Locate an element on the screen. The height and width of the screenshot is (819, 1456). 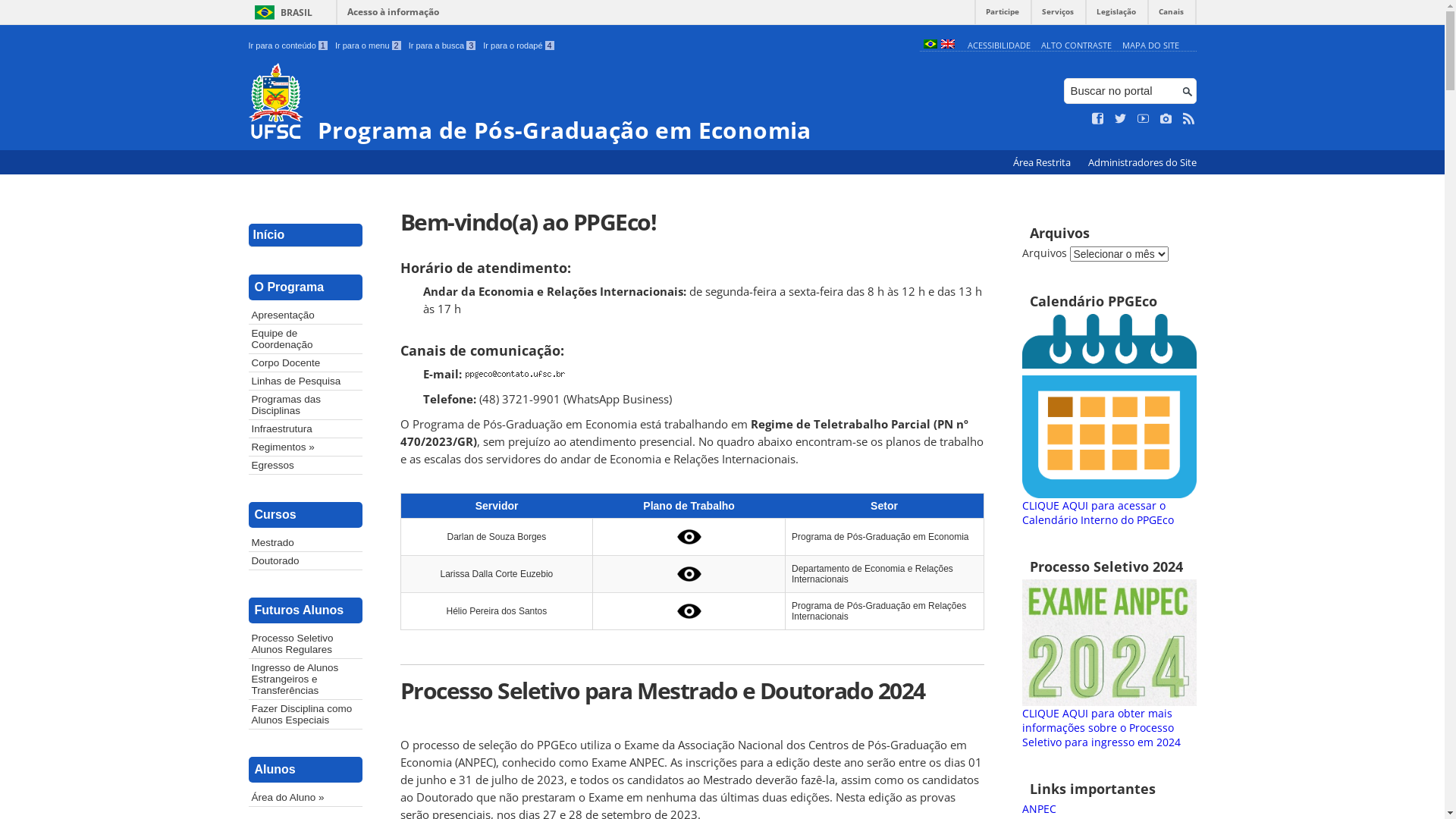
'ACESSIBILIDADE' is located at coordinates (967, 44).